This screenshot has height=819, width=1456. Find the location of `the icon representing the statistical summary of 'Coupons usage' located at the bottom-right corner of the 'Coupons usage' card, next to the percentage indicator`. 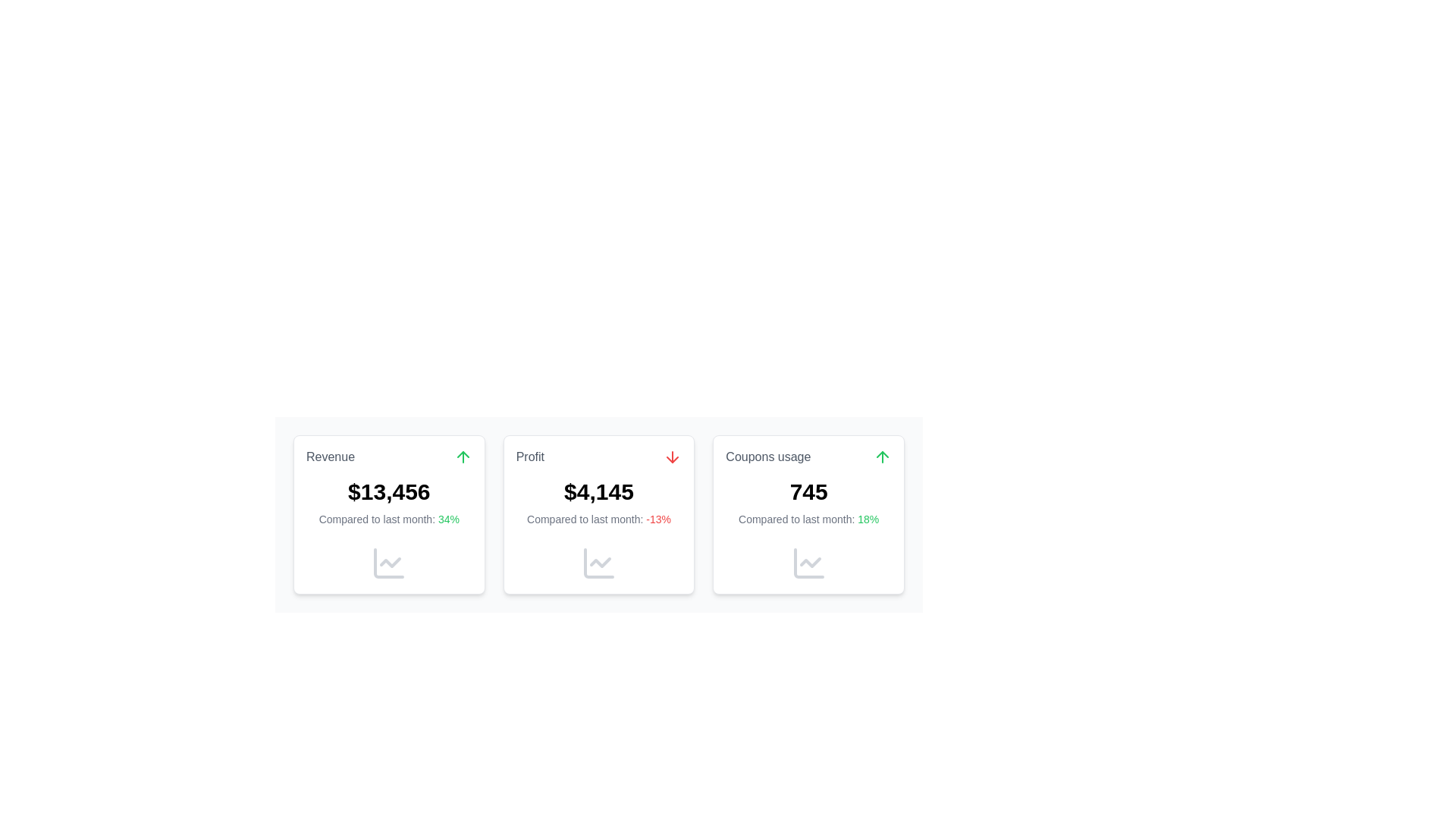

the icon representing the statistical summary of 'Coupons usage' located at the bottom-right corner of the 'Coupons usage' card, next to the percentage indicator is located at coordinates (808, 563).